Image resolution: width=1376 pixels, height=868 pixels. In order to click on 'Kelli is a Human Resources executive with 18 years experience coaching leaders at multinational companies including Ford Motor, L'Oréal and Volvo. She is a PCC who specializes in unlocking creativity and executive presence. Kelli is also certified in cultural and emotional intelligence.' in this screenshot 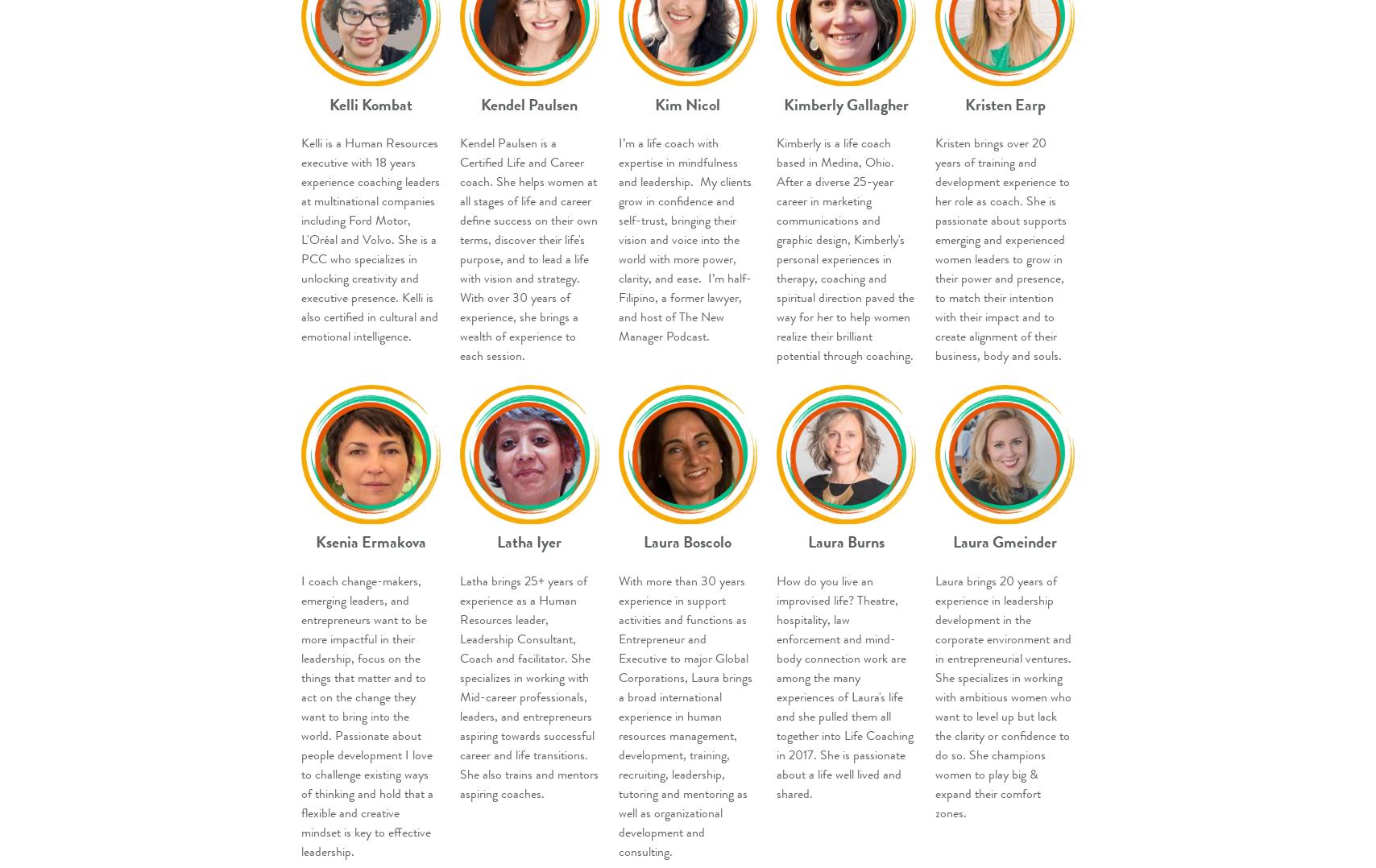, I will do `click(370, 239)`.